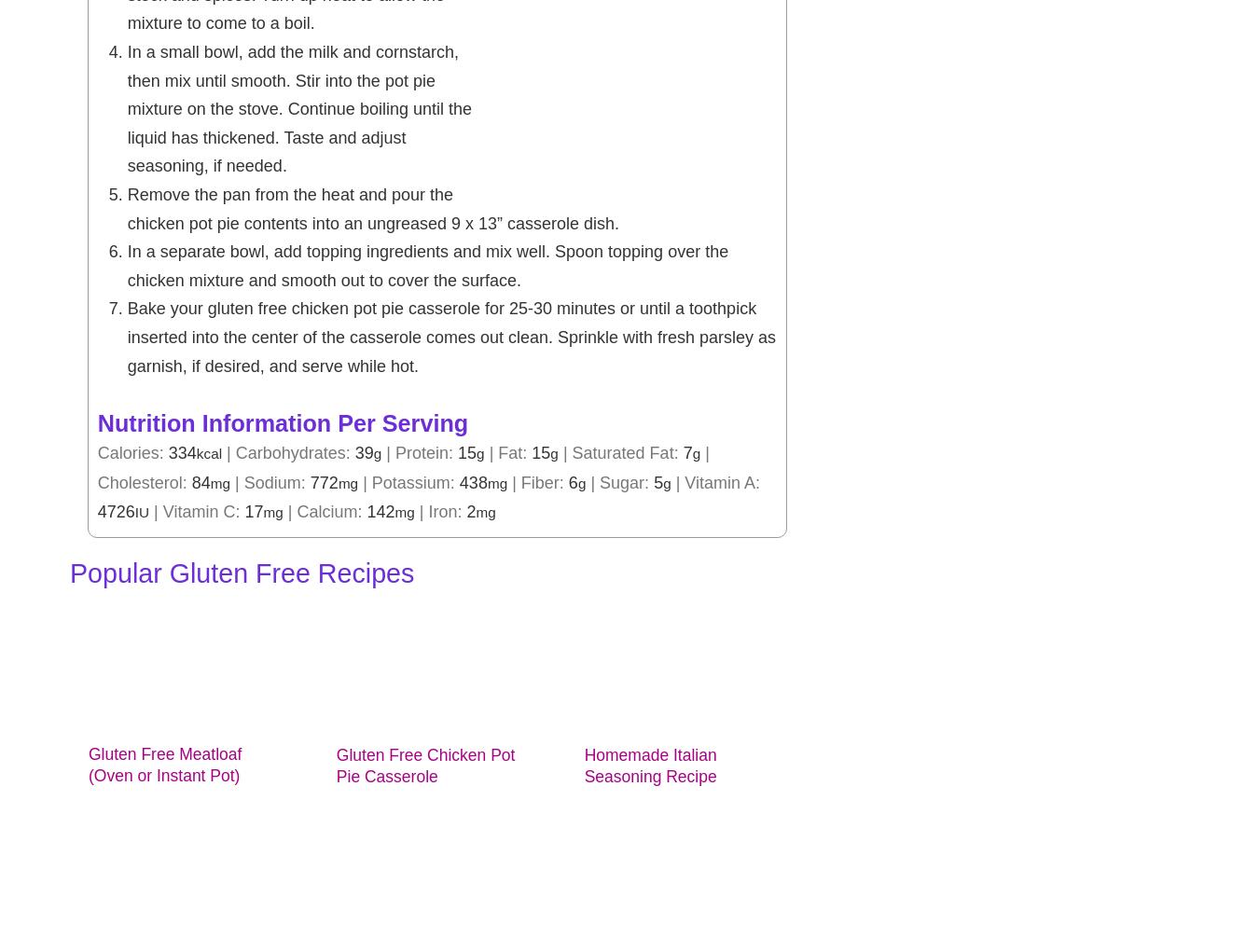  What do you see at coordinates (657, 482) in the screenshot?
I see `'5'` at bounding box center [657, 482].